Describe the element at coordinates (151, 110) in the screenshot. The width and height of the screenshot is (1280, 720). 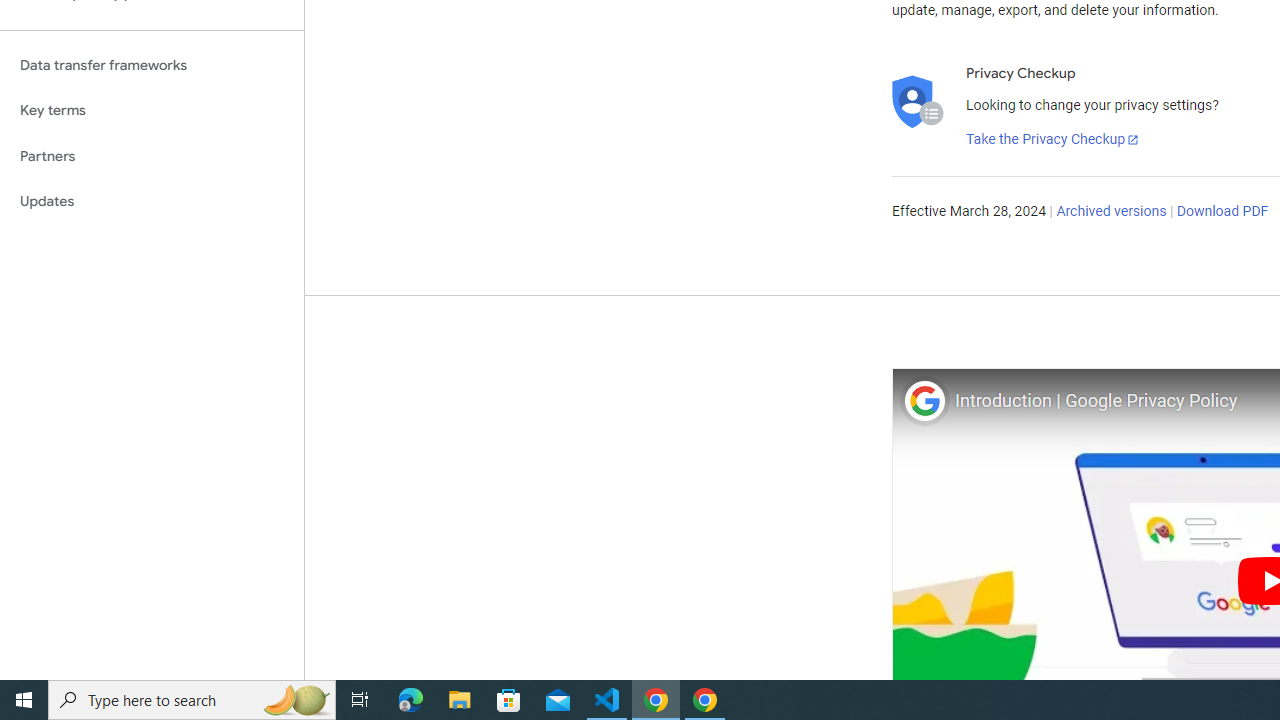
I see `'Key terms'` at that location.